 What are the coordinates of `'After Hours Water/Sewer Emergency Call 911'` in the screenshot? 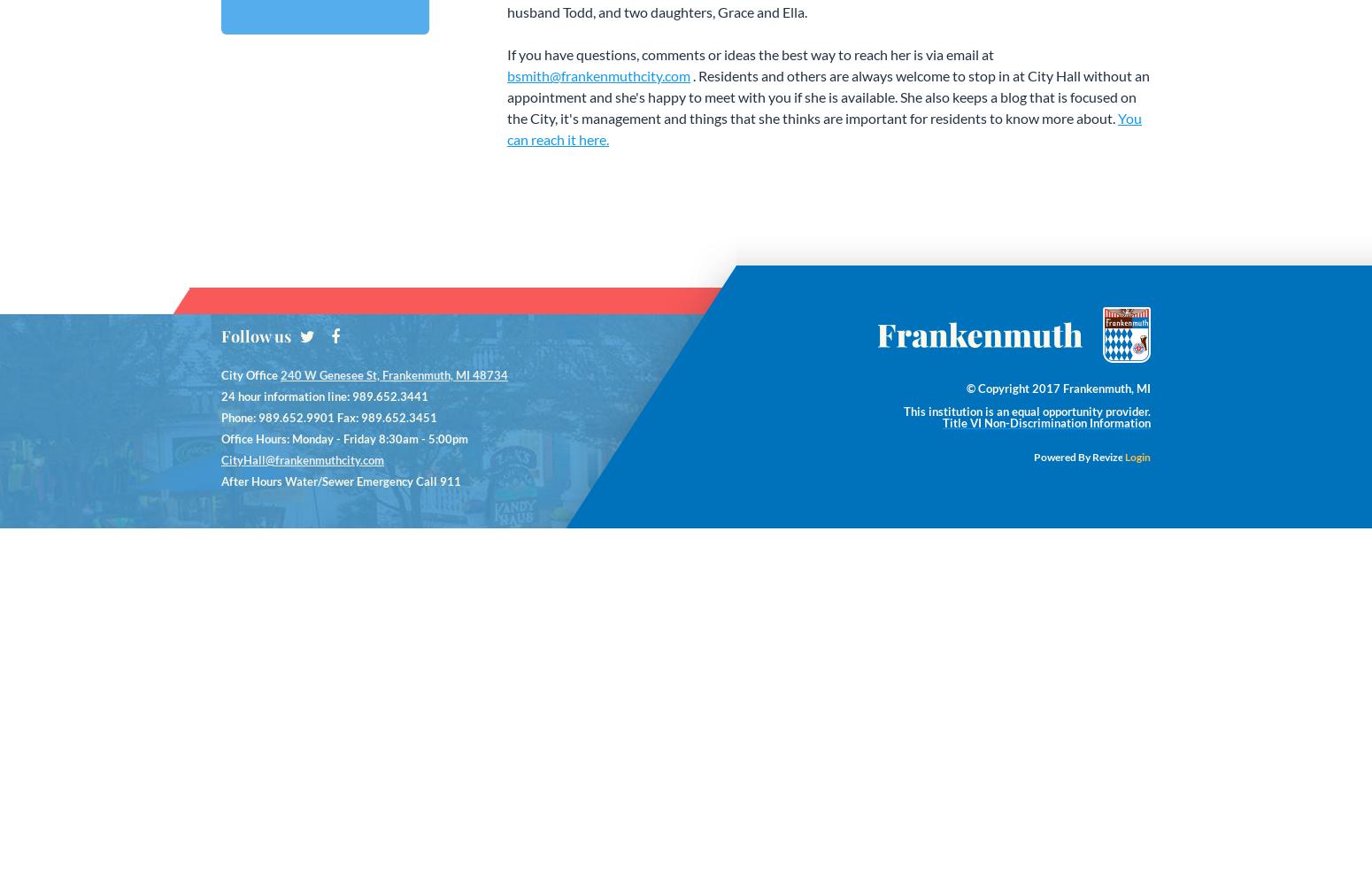 It's located at (340, 481).